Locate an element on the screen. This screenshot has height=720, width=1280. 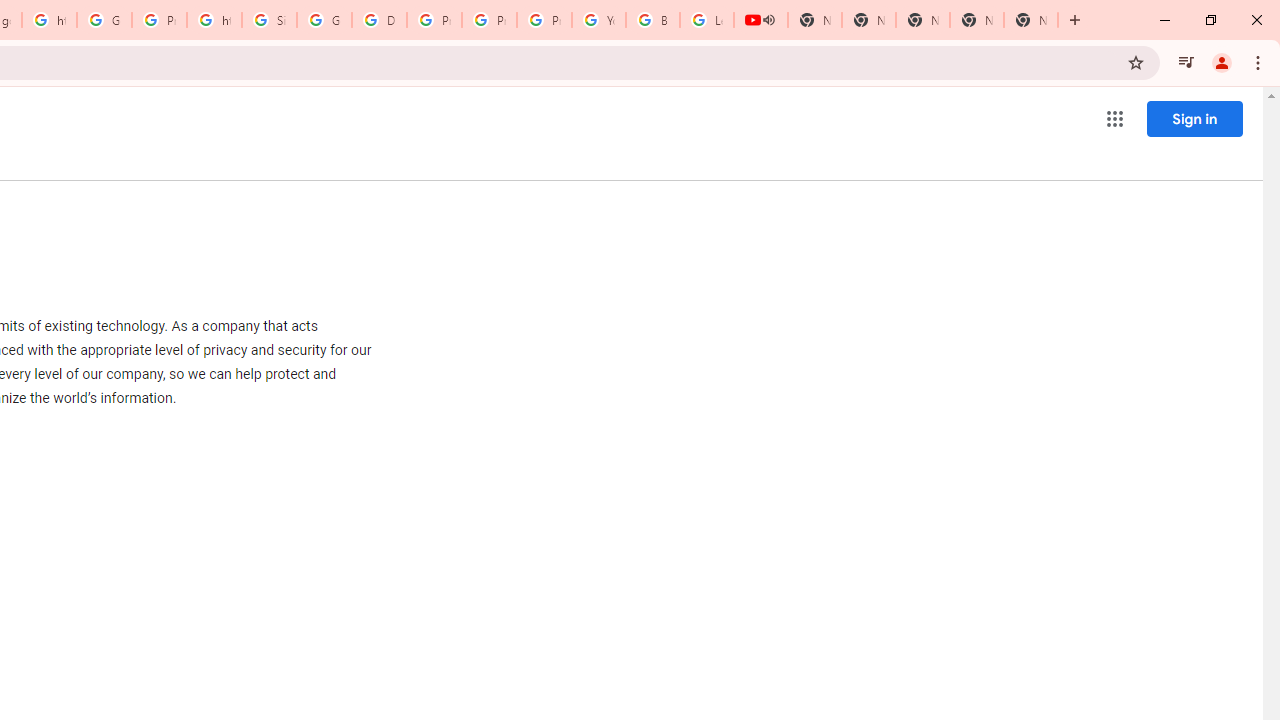
'YouTube' is located at coordinates (598, 20).